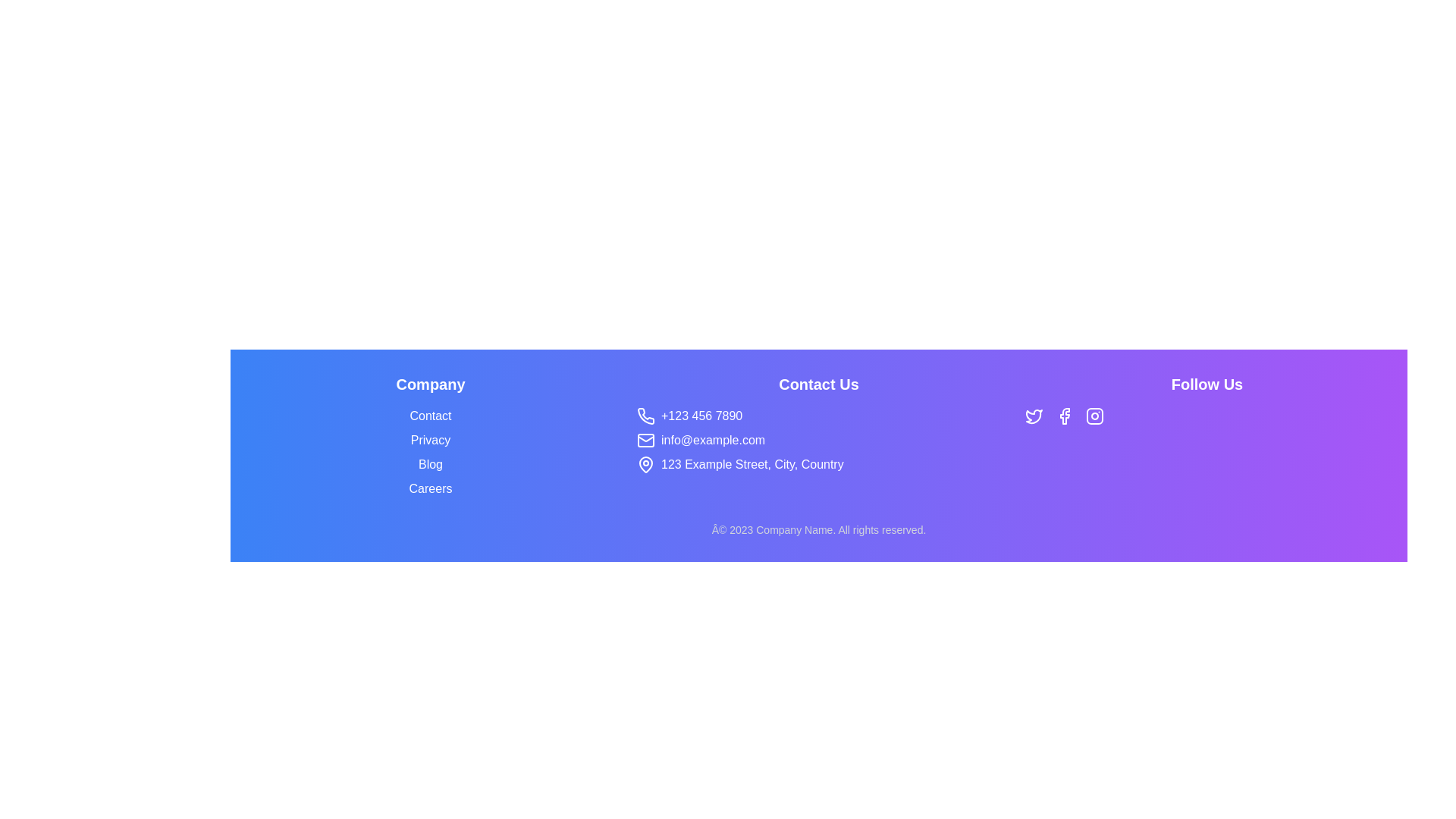  I want to click on the location pin icon in the 'Contact Us' section, which precedes the address text '123 Example Street, City, Country', so click(645, 464).